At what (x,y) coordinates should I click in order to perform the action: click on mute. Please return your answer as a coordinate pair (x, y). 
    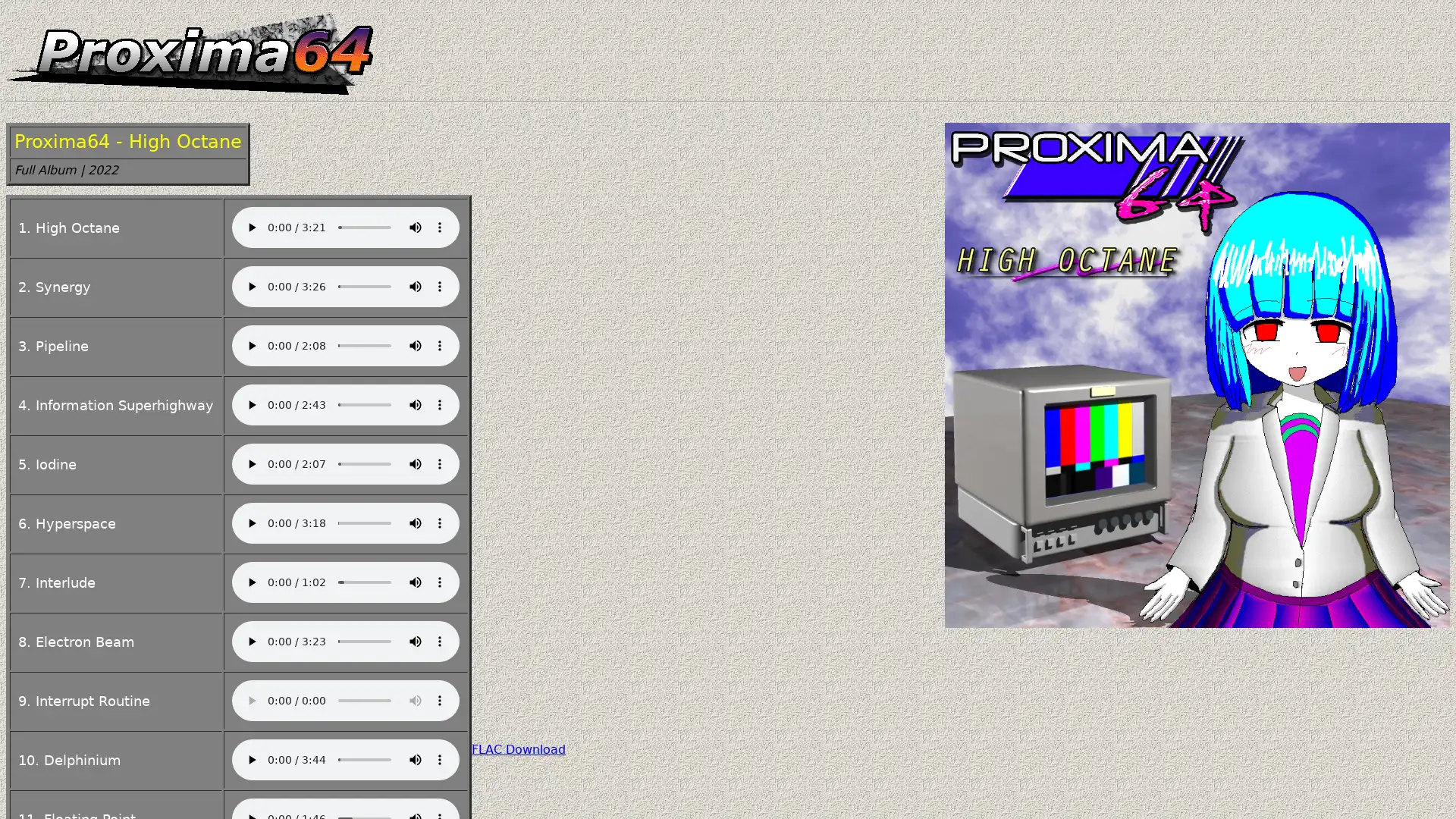
    Looking at the image, I should click on (415, 760).